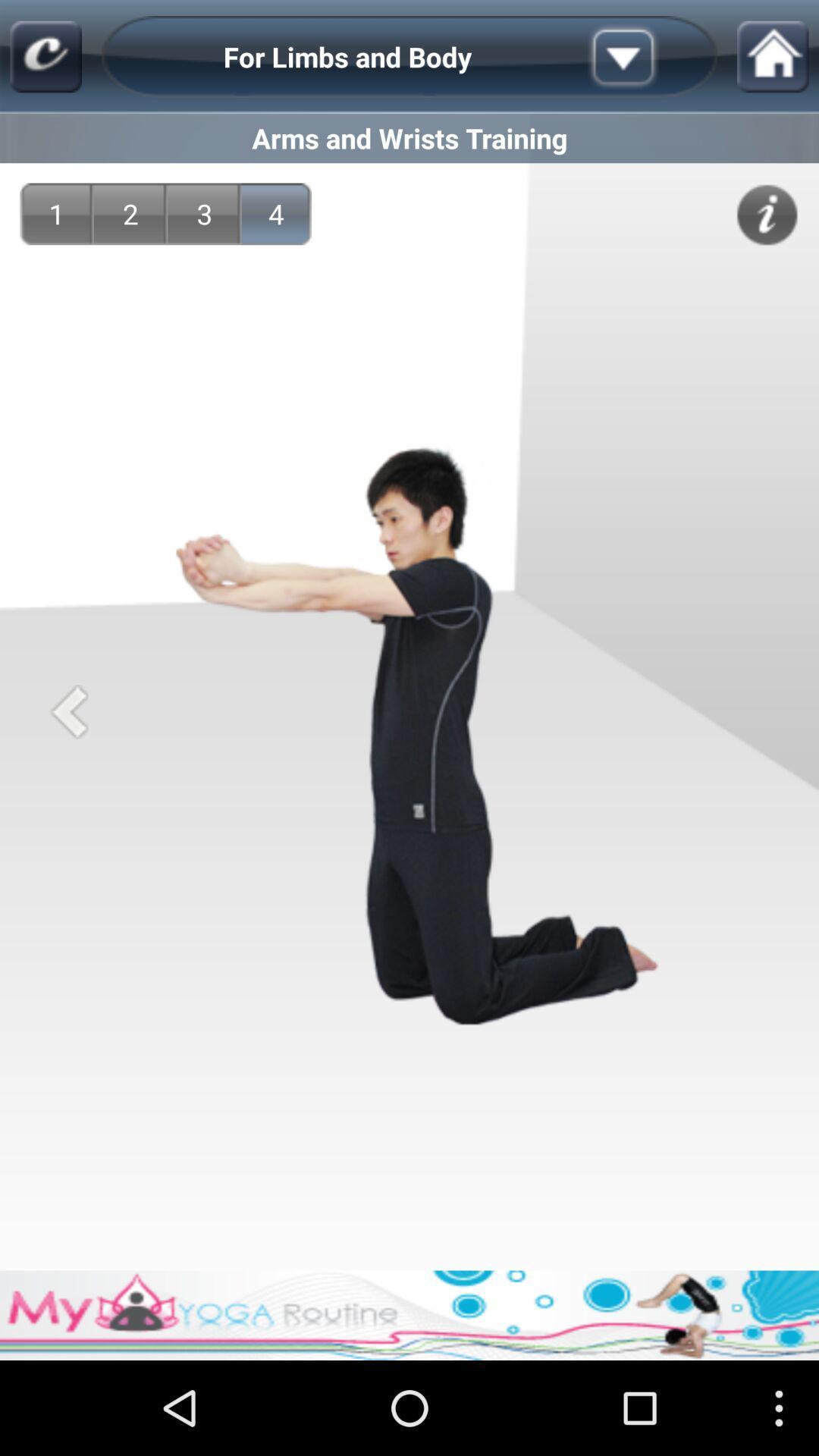  What do you see at coordinates (767, 214) in the screenshot?
I see `get more information` at bounding box center [767, 214].